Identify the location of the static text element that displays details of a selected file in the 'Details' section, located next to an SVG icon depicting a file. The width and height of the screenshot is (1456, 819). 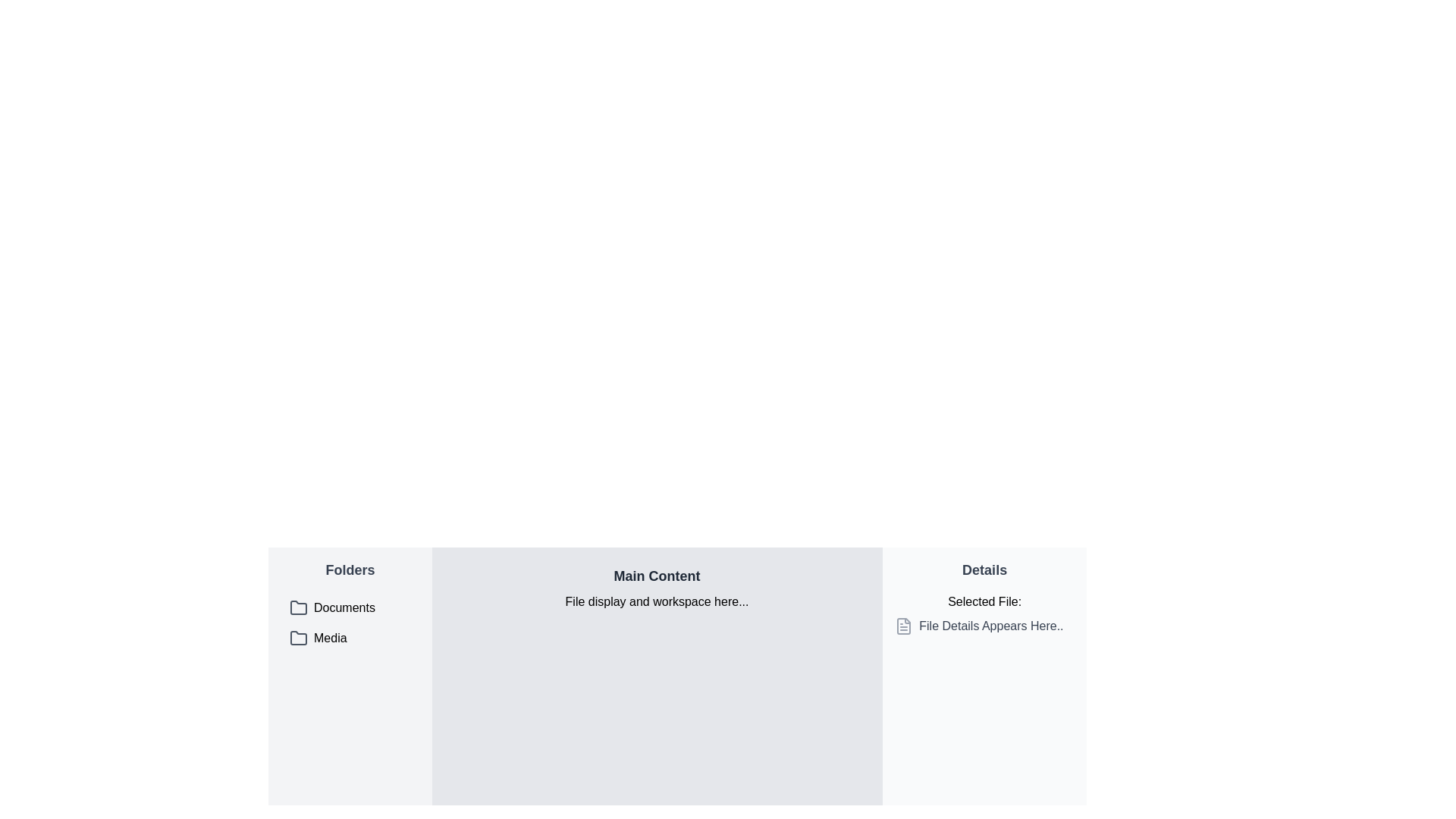
(991, 626).